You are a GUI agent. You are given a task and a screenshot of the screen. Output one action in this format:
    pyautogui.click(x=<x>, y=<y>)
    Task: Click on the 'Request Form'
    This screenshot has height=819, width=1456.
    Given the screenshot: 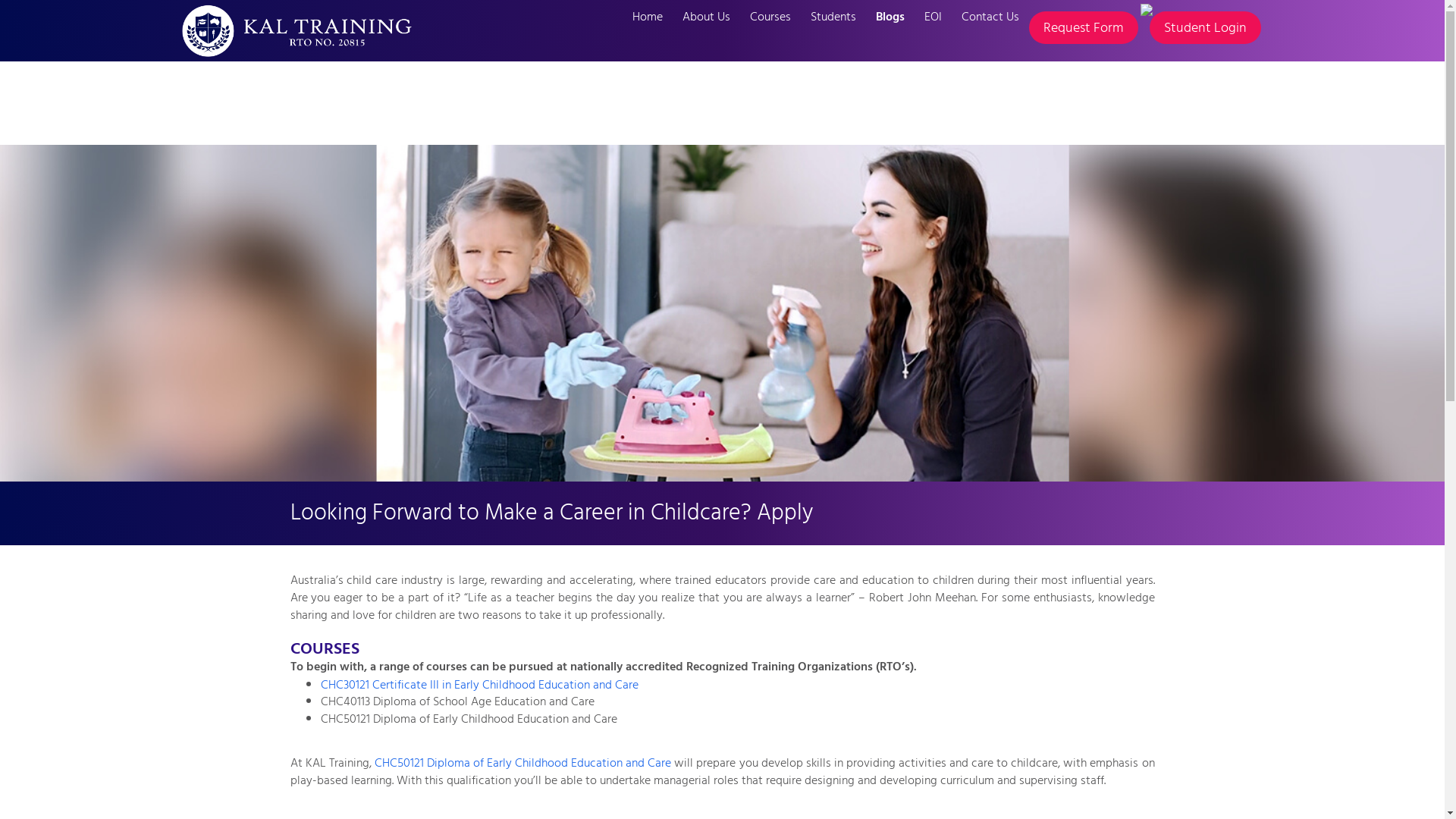 What is the action you would take?
    pyautogui.click(x=1082, y=27)
    